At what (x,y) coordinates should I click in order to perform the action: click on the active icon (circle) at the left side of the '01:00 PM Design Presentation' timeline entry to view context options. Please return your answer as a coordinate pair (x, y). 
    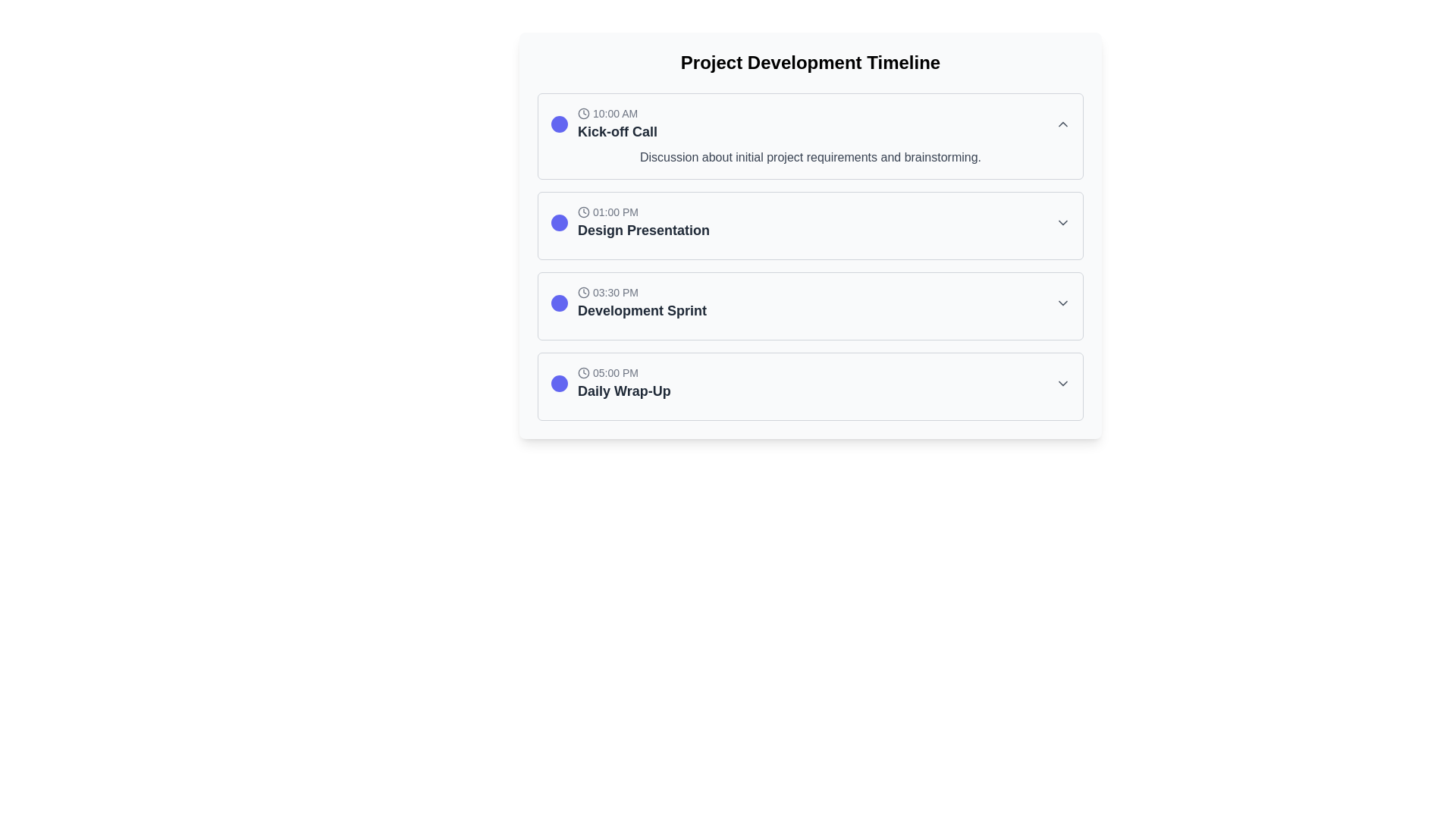
    Looking at the image, I should click on (559, 222).